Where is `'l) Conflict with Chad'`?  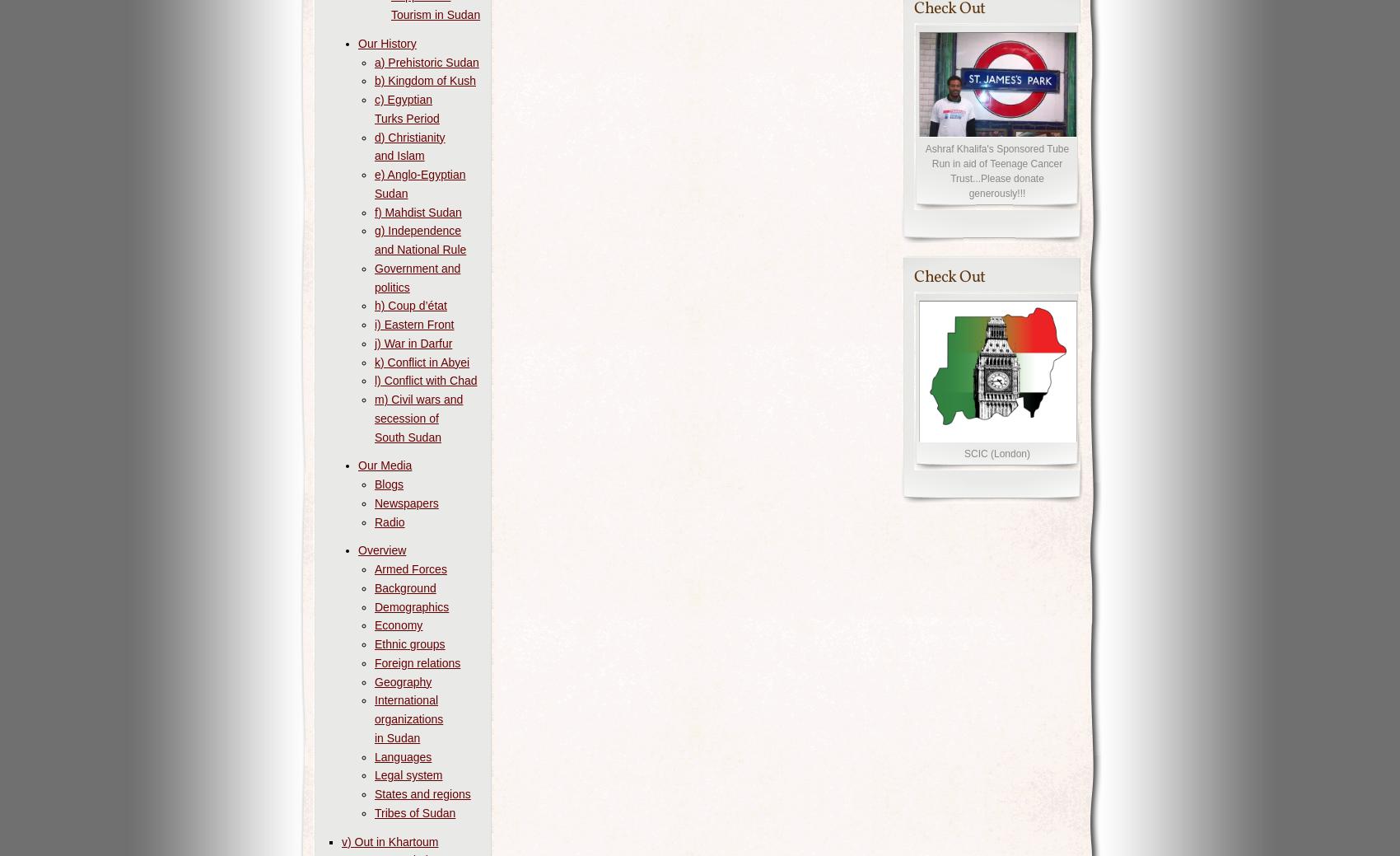 'l) Conflict with Chad' is located at coordinates (374, 380).